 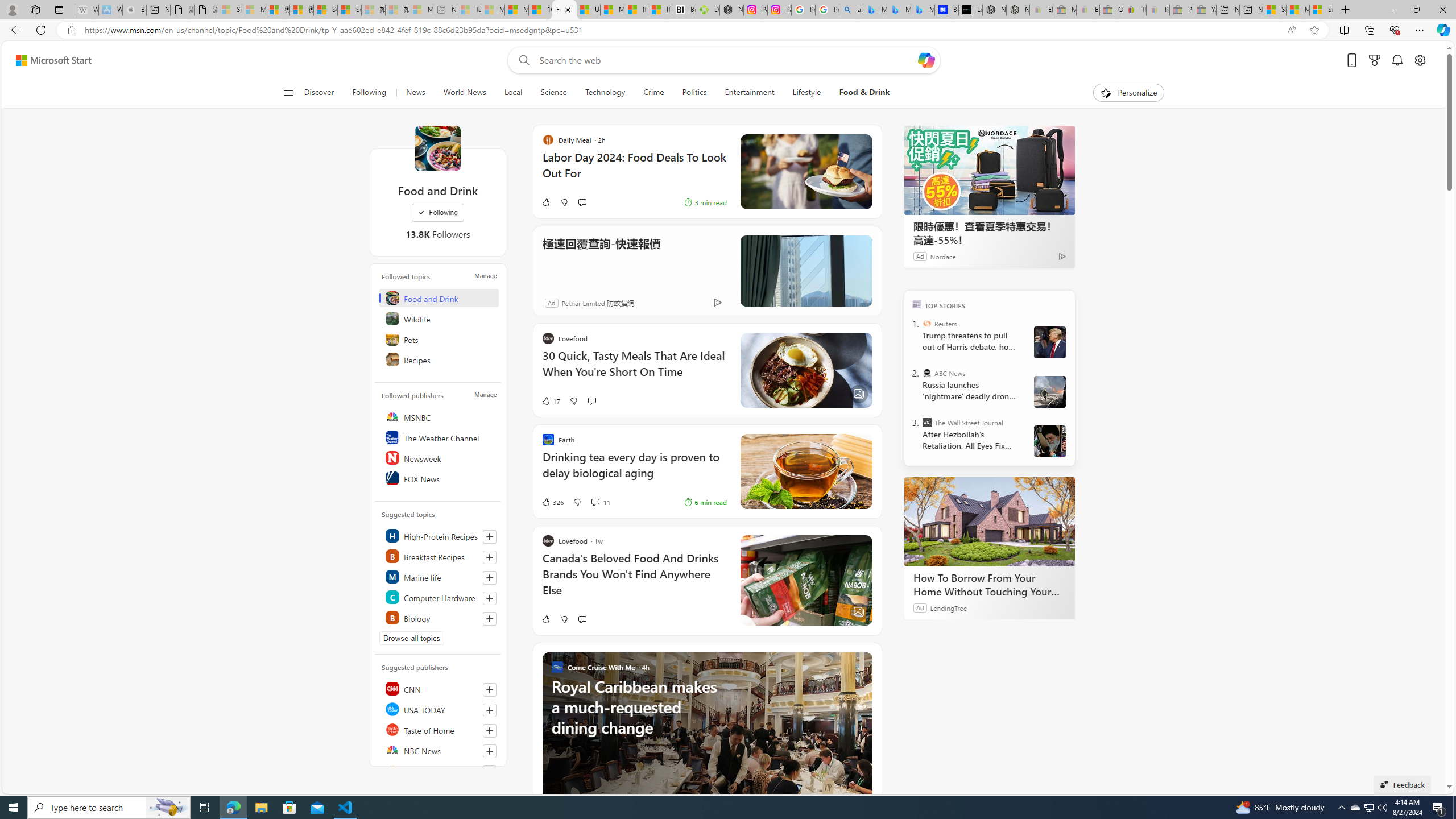 What do you see at coordinates (594, 502) in the screenshot?
I see `'View comments 11 Comment'` at bounding box center [594, 502].